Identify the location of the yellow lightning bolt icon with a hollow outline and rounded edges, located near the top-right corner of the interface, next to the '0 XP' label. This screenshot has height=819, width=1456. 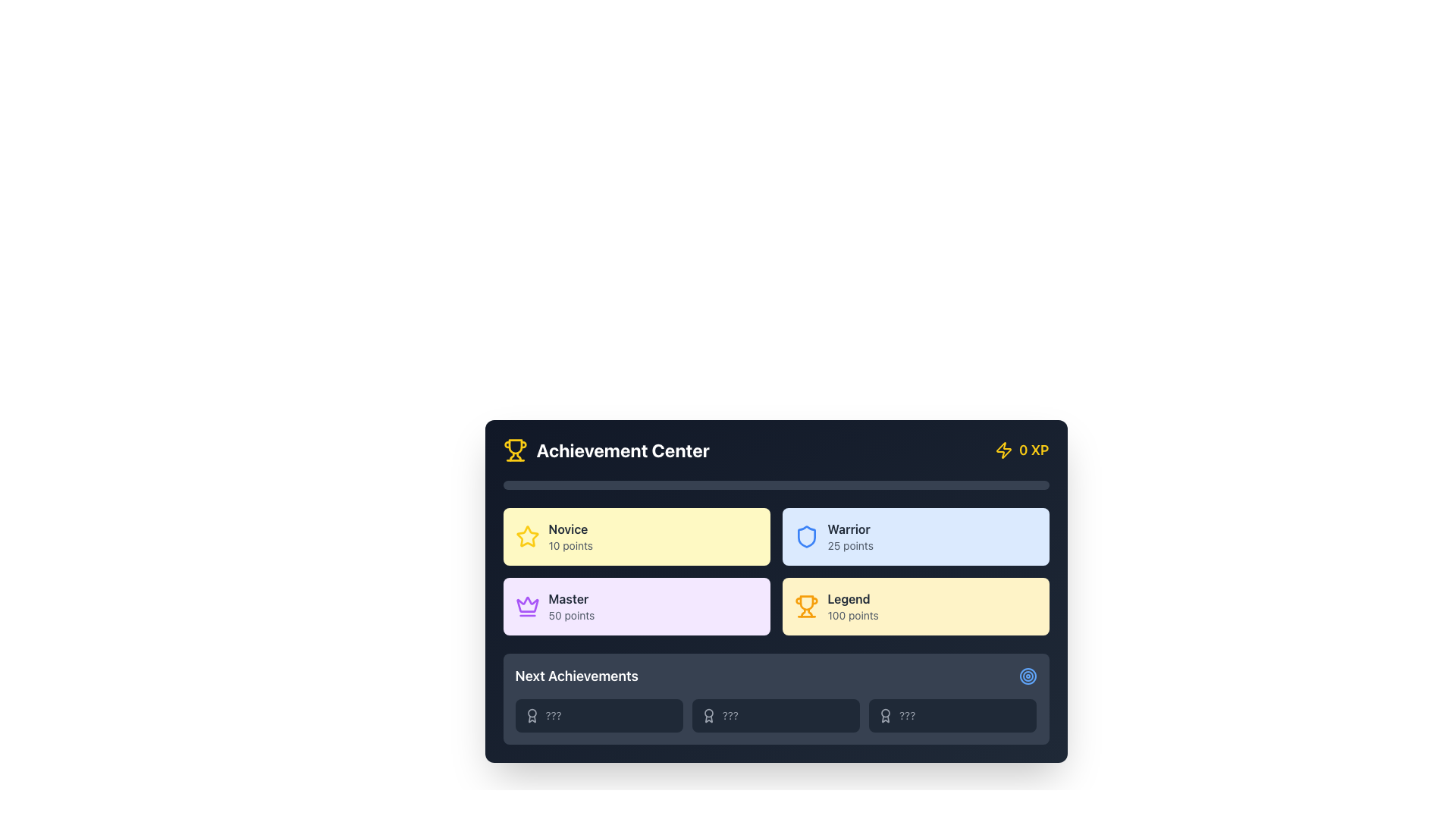
(1003, 450).